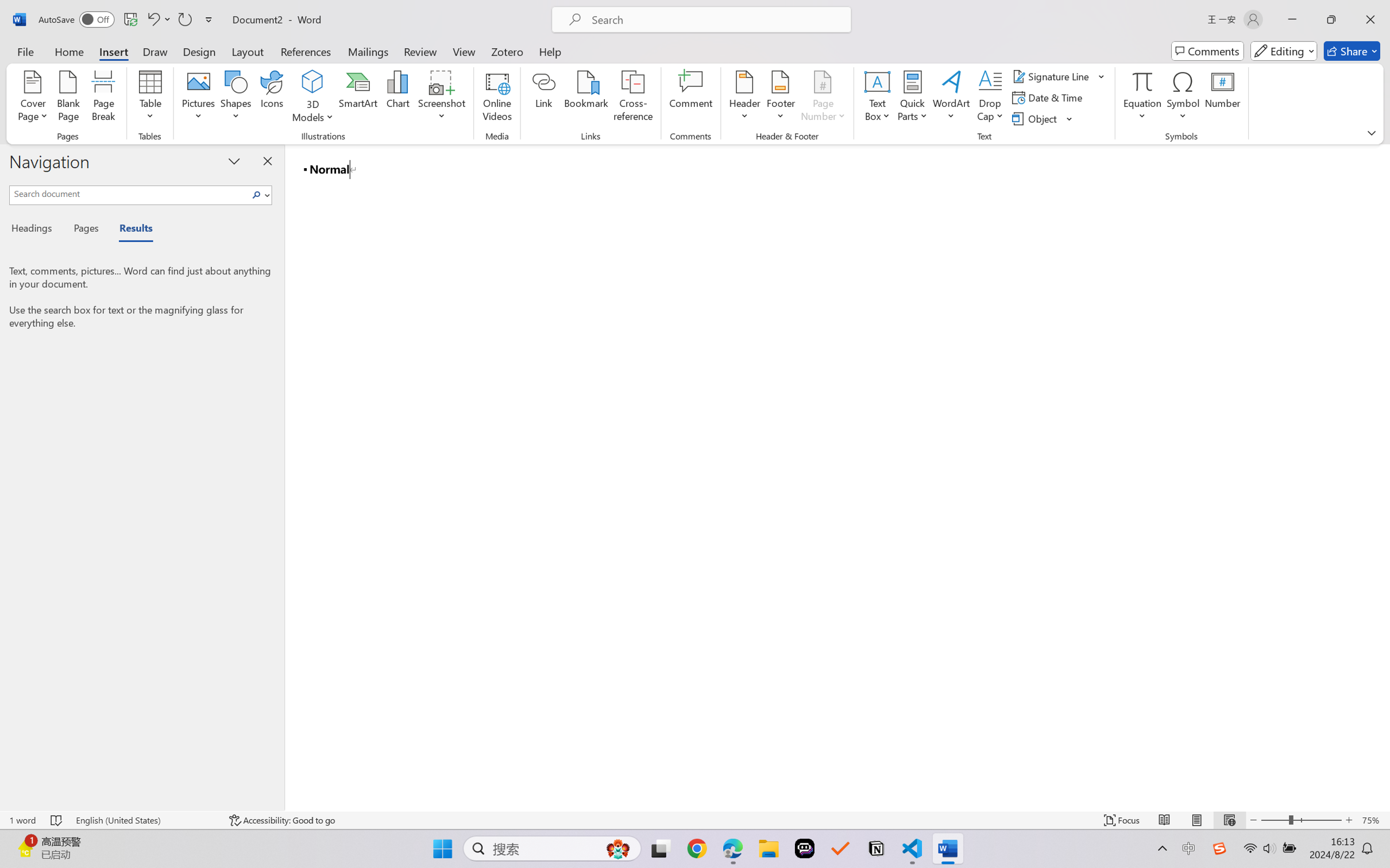  I want to click on 'Icons', so click(272, 98).